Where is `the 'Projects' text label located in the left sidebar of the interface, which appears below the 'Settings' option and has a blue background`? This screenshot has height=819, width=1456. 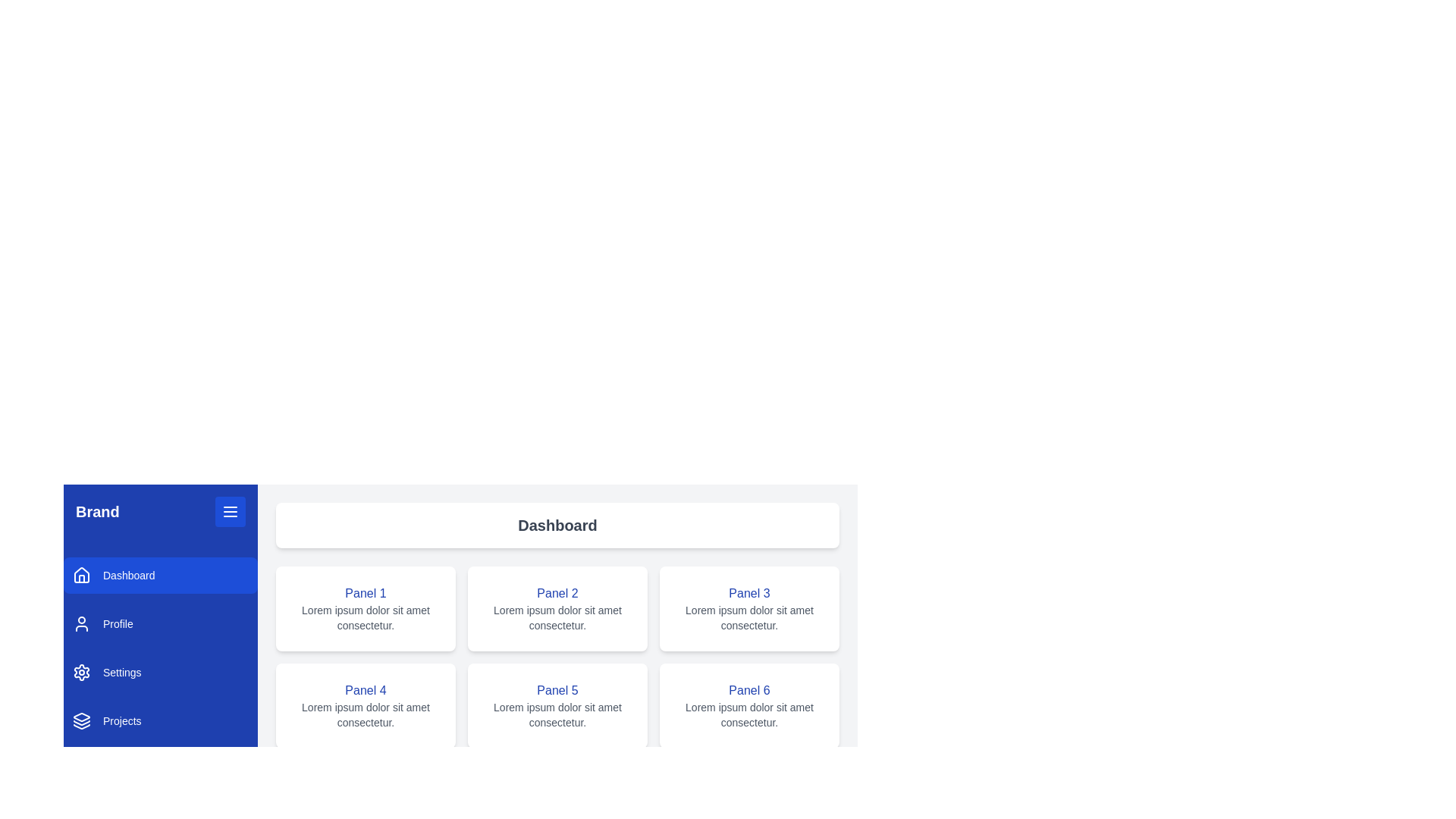
the 'Projects' text label located in the left sidebar of the interface, which appears below the 'Settings' option and has a blue background is located at coordinates (122, 720).